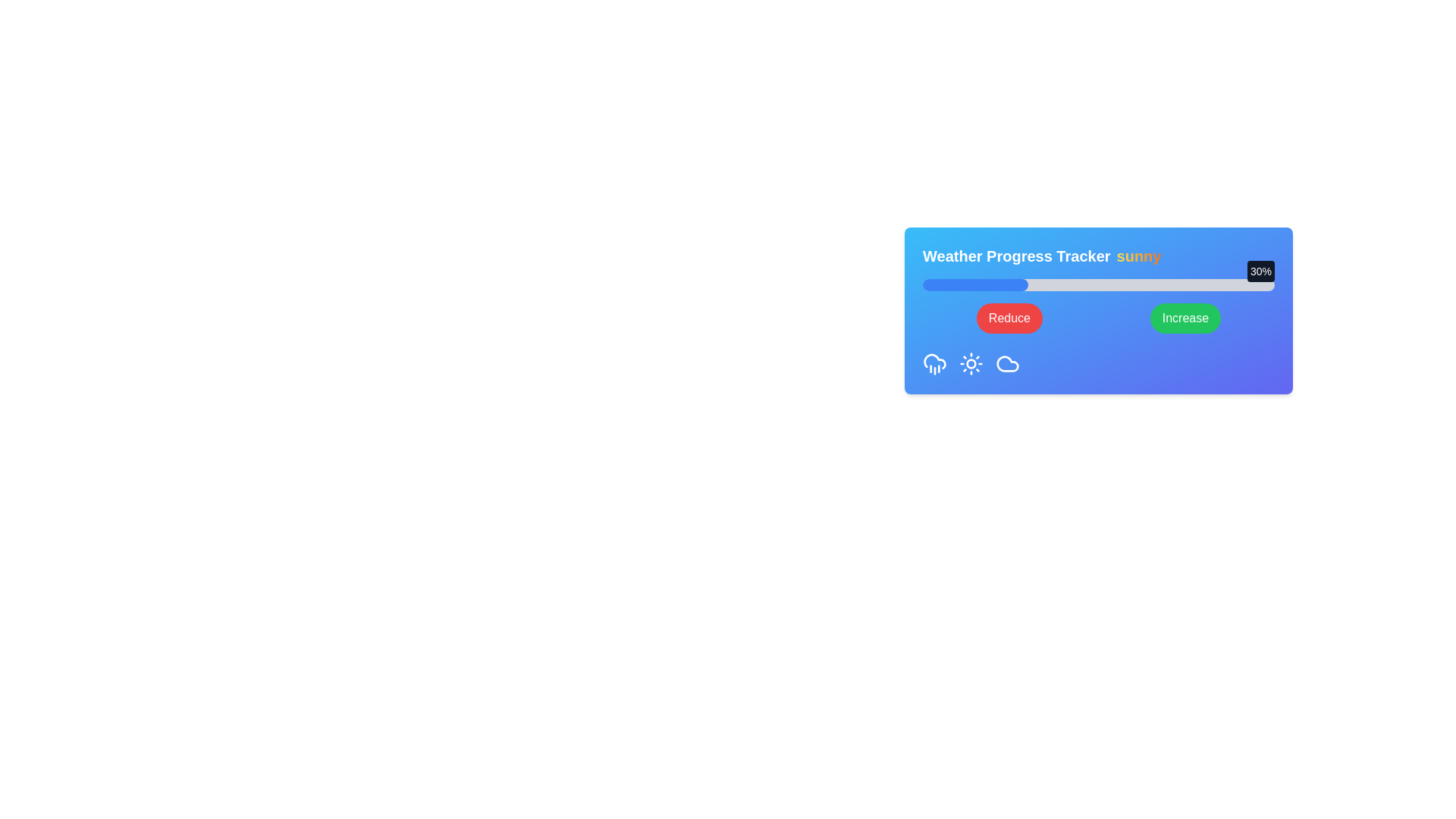 Image resolution: width=1456 pixels, height=819 pixels. I want to click on the filled portion of the progress bar which visually represents 30% completion of the task, so click(975, 284).